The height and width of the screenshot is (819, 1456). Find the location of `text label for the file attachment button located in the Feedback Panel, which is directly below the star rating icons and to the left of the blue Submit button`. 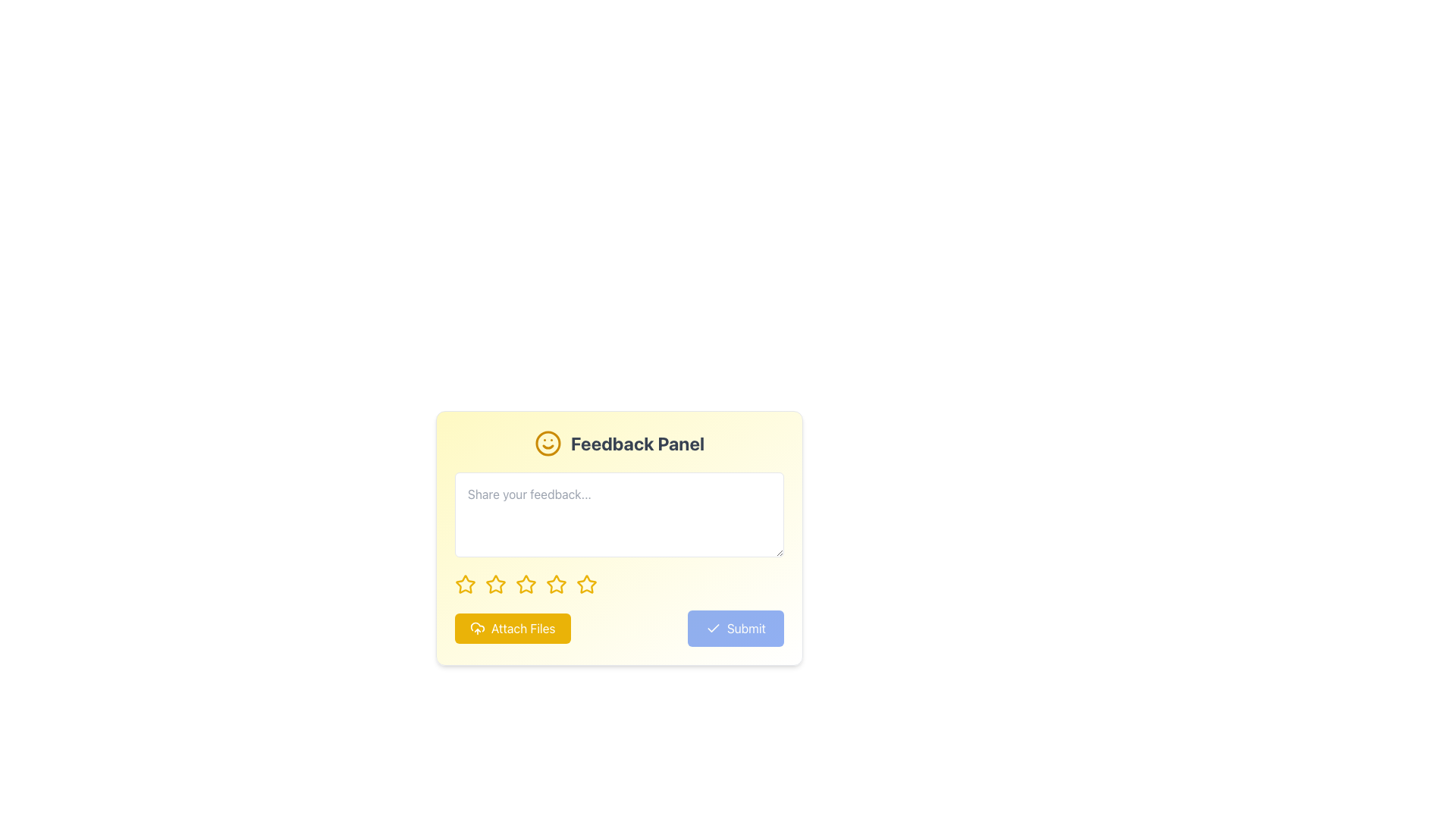

text label for the file attachment button located in the Feedback Panel, which is directly below the star rating icons and to the left of the blue Submit button is located at coordinates (523, 629).